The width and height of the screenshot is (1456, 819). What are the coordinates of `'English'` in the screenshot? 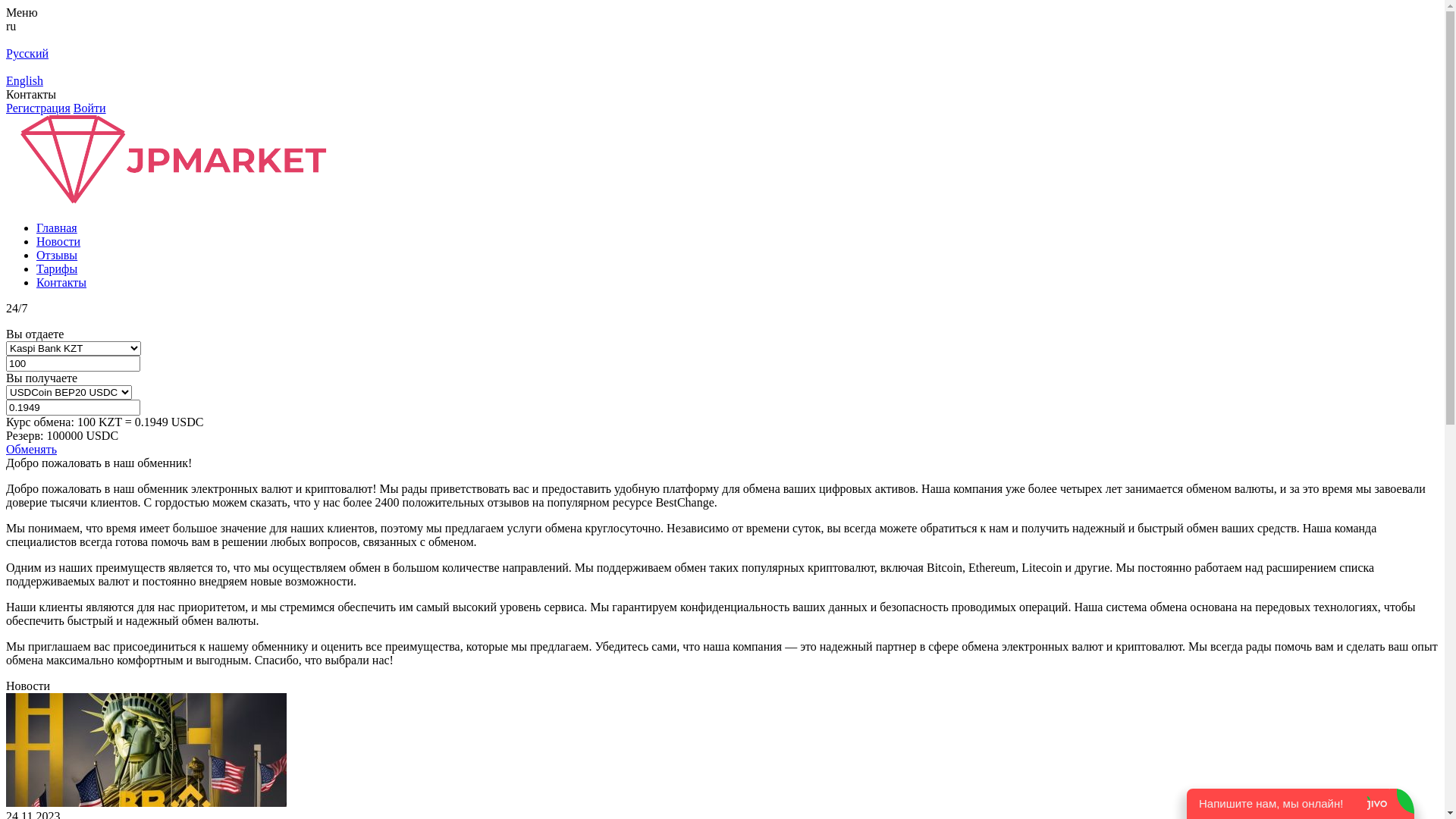 It's located at (6, 80).